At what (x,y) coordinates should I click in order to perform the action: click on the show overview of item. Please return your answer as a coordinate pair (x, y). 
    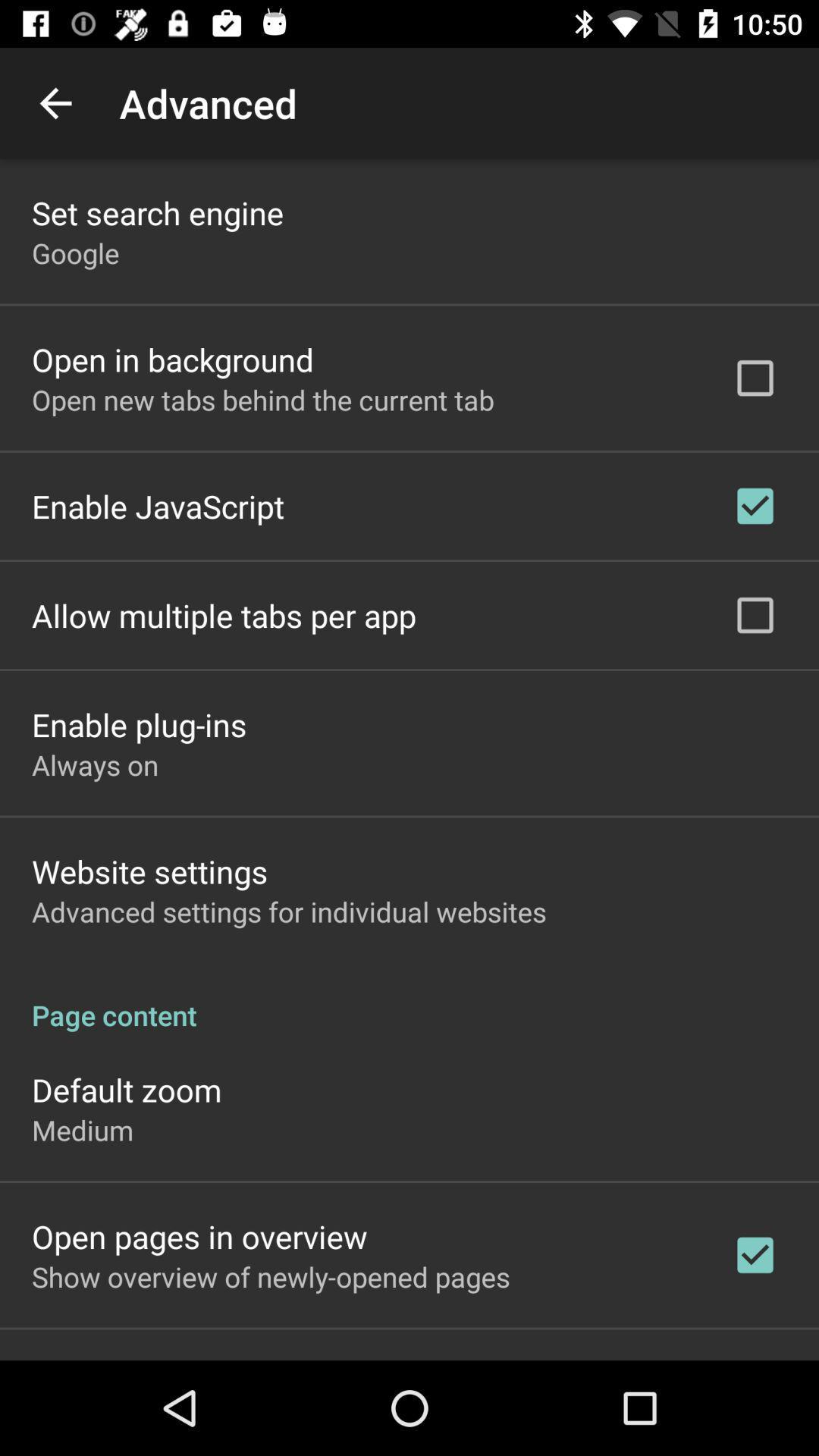
    Looking at the image, I should click on (270, 1276).